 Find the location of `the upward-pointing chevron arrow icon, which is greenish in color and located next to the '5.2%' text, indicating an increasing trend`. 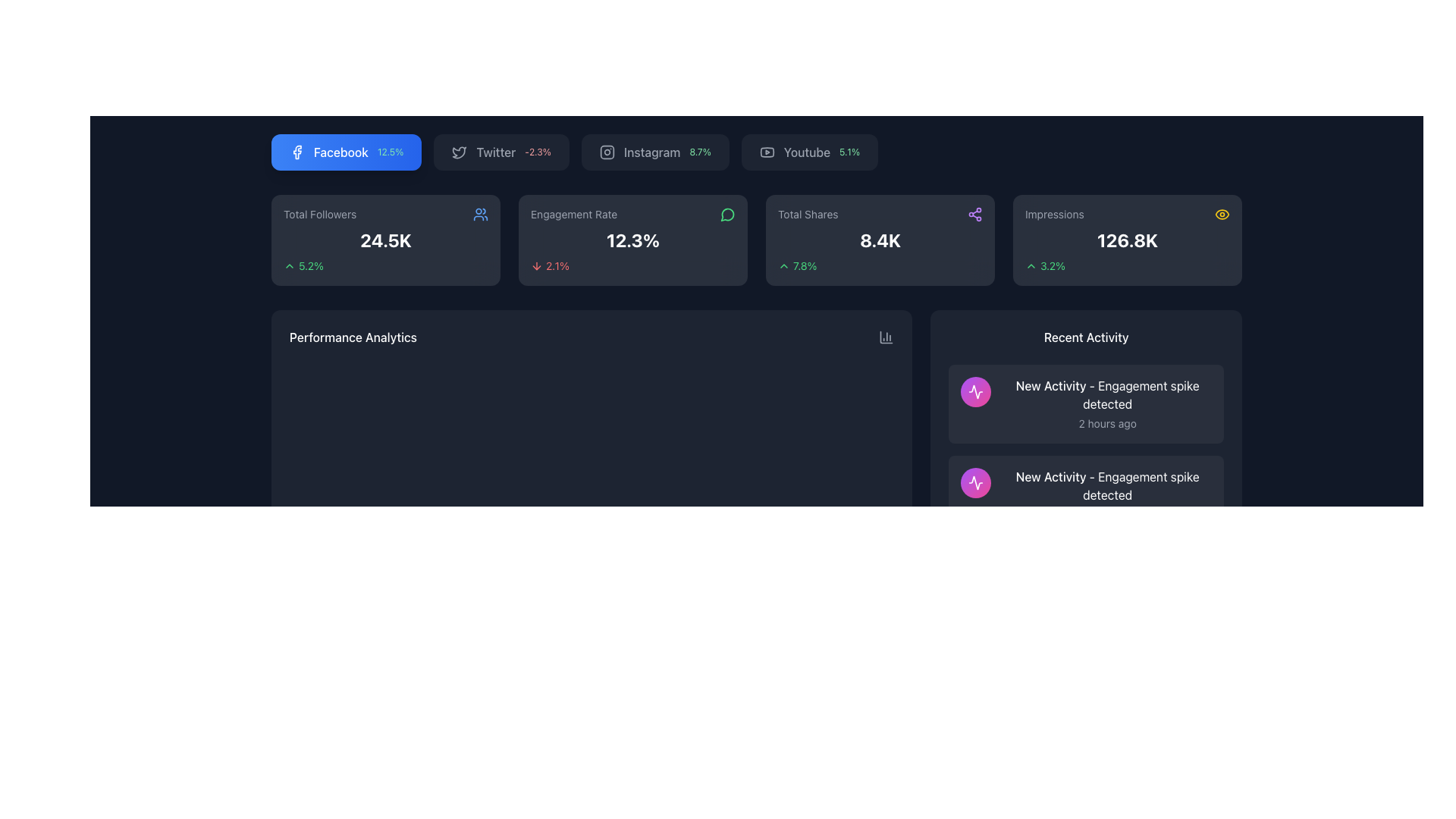

the upward-pointing chevron arrow icon, which is greenish in color and located next to the '5.2%' text, indicating an increasing trend is located at coordinates (290, 265).